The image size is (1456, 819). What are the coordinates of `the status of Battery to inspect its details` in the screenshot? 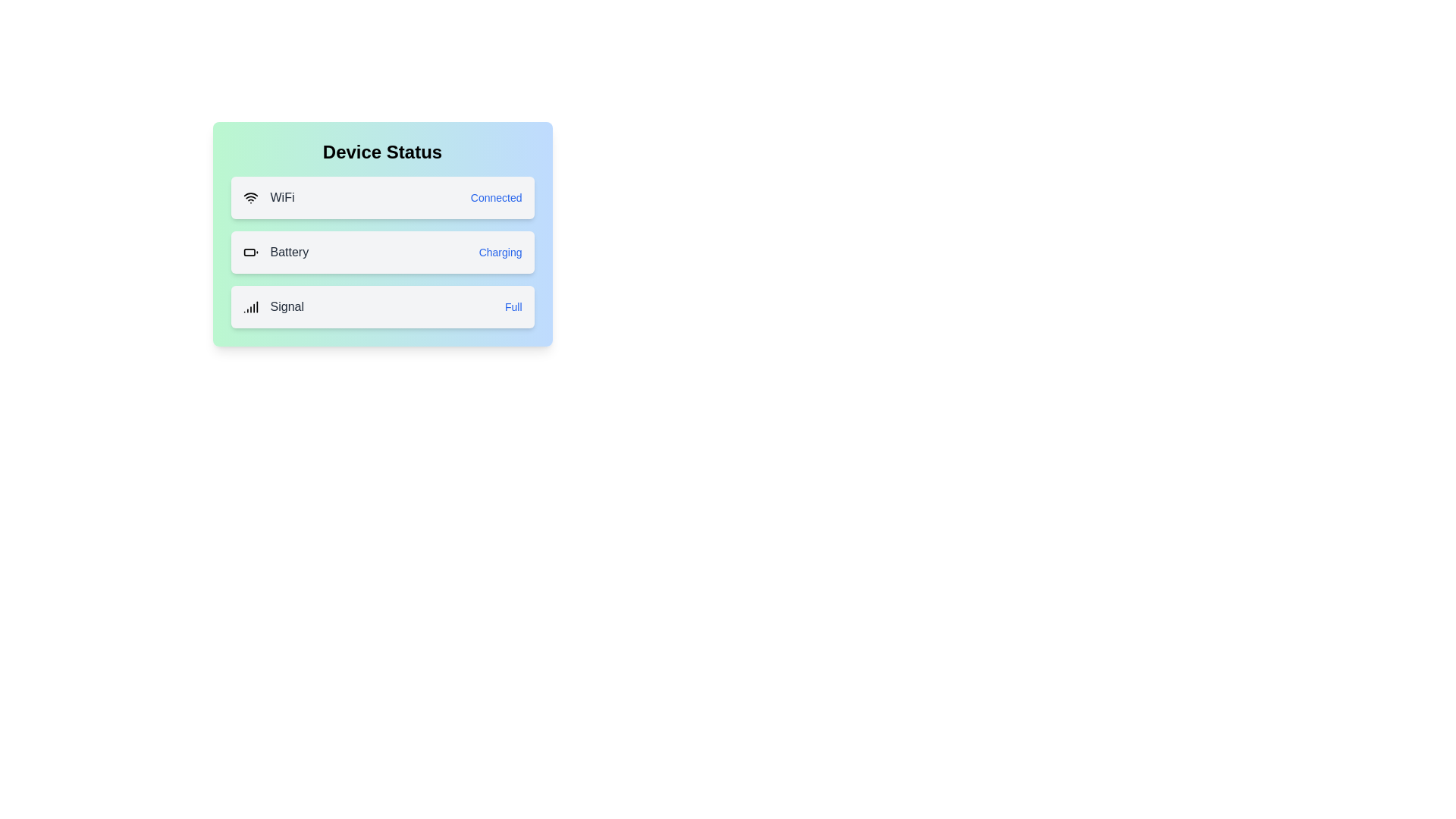 It's located at (382, 251).